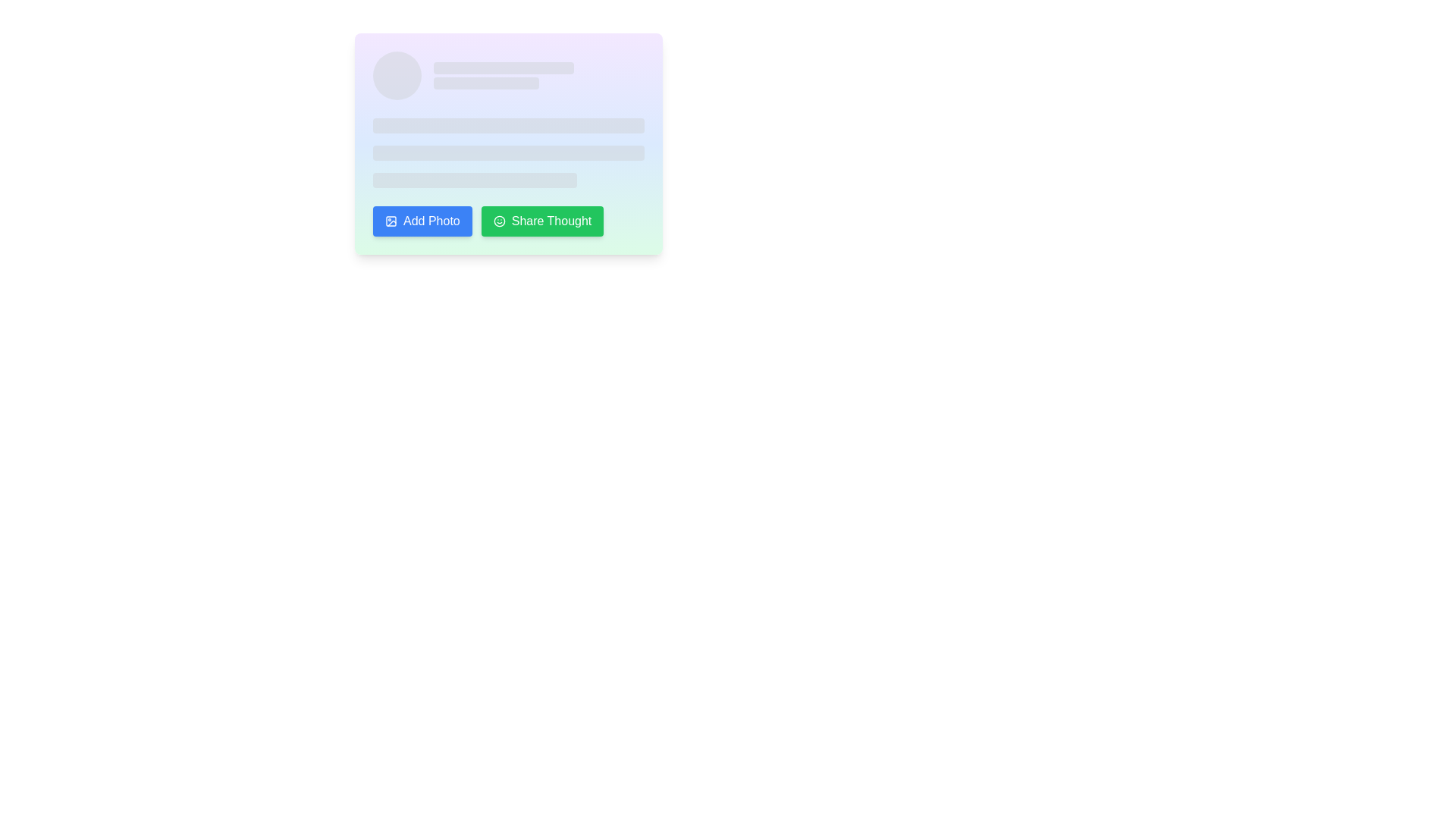 The width and height of the screenshot is (1456, 819). Describe the element at coordinates (504, 67) in the screenshot. I see `the horizontal rectangular Placeholder bar with rounded edges styled in light gray, located at the top of the profile or summary section` at that location.